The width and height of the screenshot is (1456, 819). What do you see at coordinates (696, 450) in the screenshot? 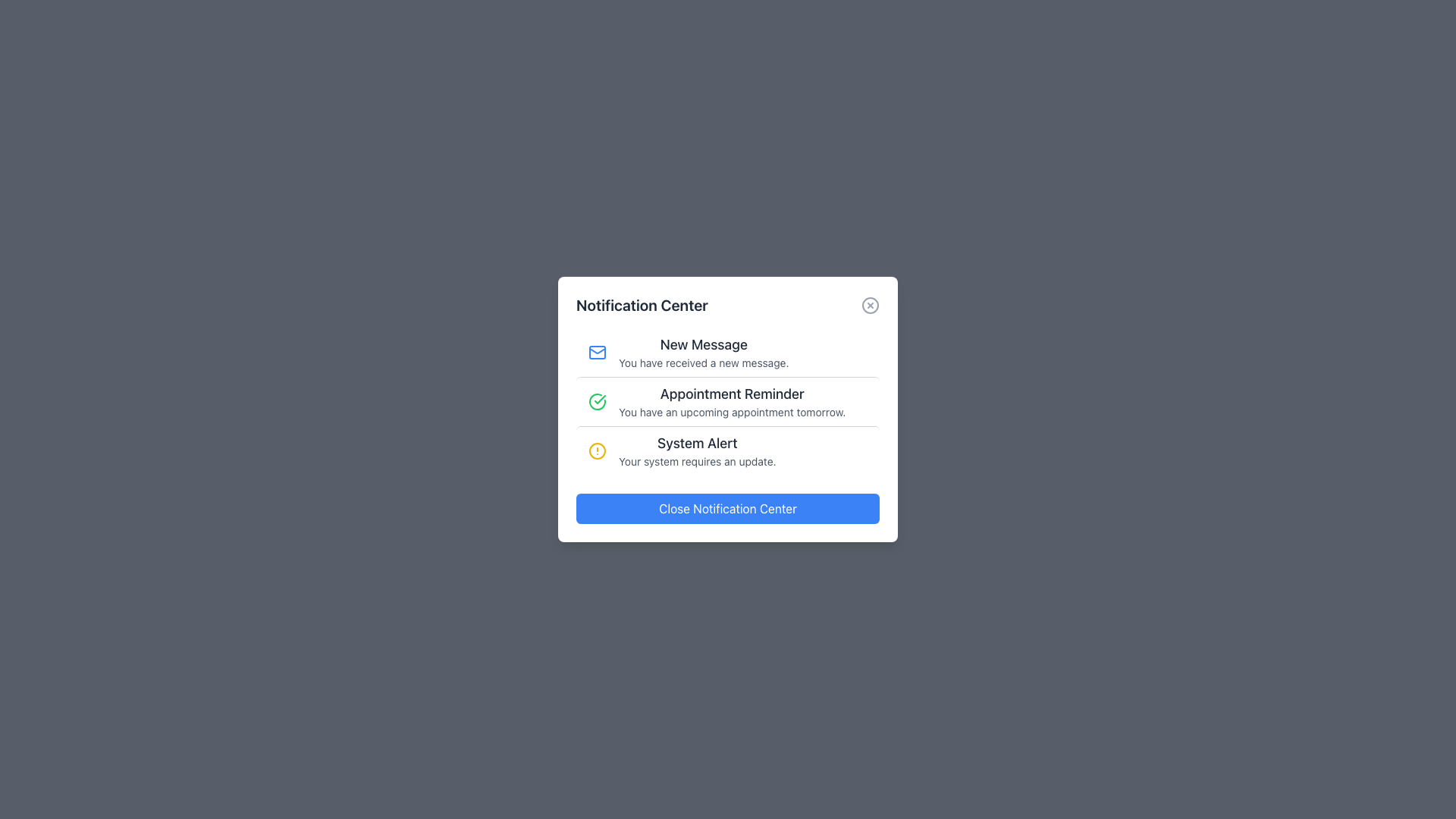
I see `text in the notification block that informs the user of a system update requirement, which is located in the 'Notification Center' card, positioned beneath 'Appointment Reminder.'` at bounding box center [696, 450].